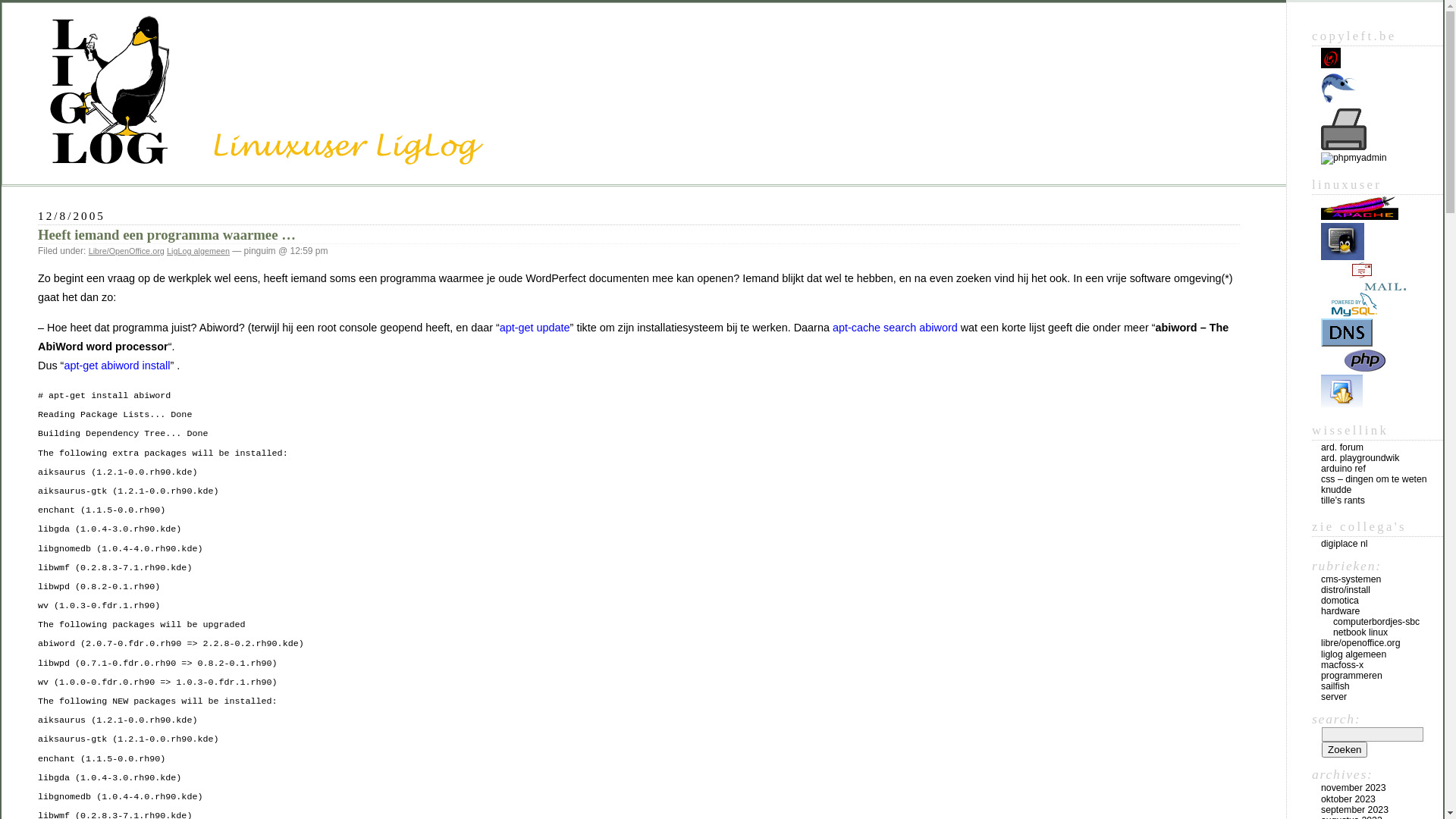 The width and height of the screenshot is (1456, 819). Describe the element at coordinates (1348, 798) in the screenshot. I see `'oktober 2023'` at that location.